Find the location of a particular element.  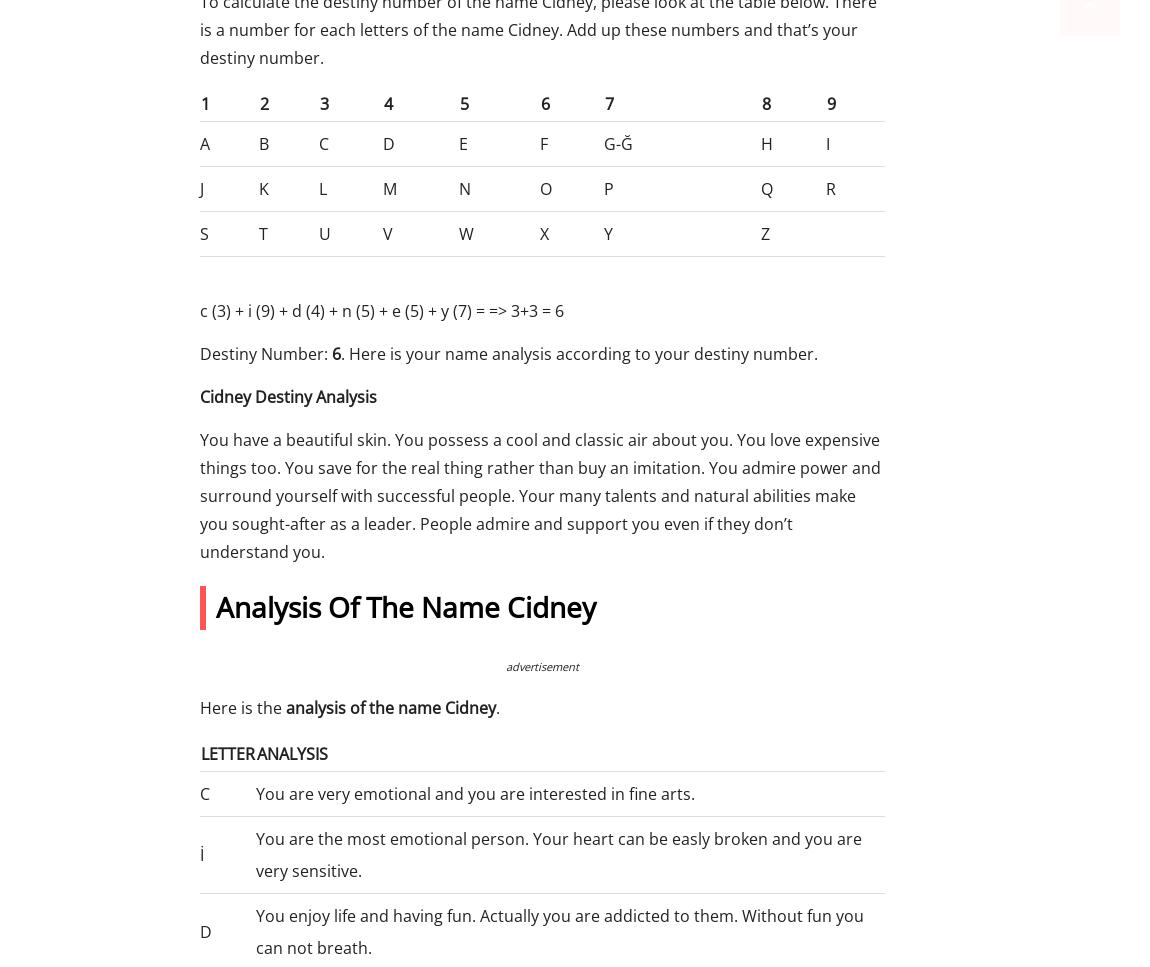

'K' is located at coordinates (263, 187).